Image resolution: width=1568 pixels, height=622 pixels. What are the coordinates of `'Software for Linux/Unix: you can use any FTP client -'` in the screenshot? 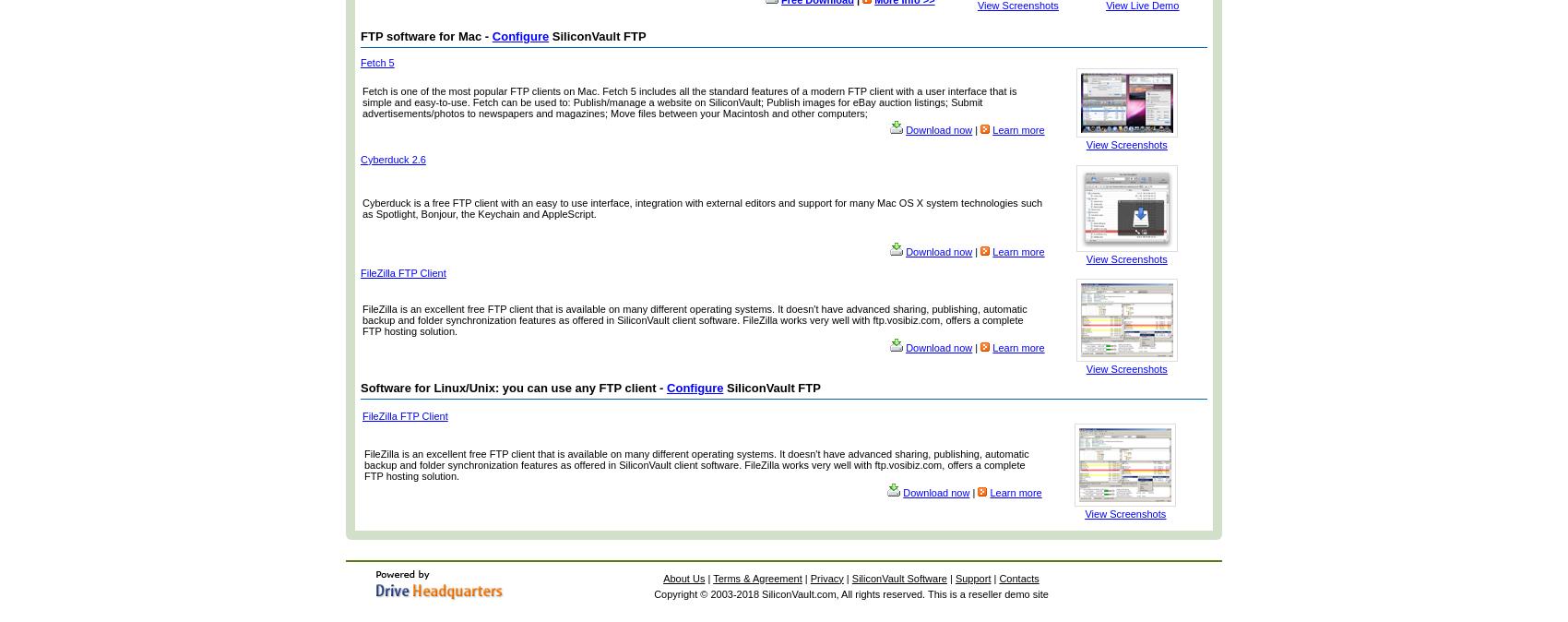 It's located at (512, 386).